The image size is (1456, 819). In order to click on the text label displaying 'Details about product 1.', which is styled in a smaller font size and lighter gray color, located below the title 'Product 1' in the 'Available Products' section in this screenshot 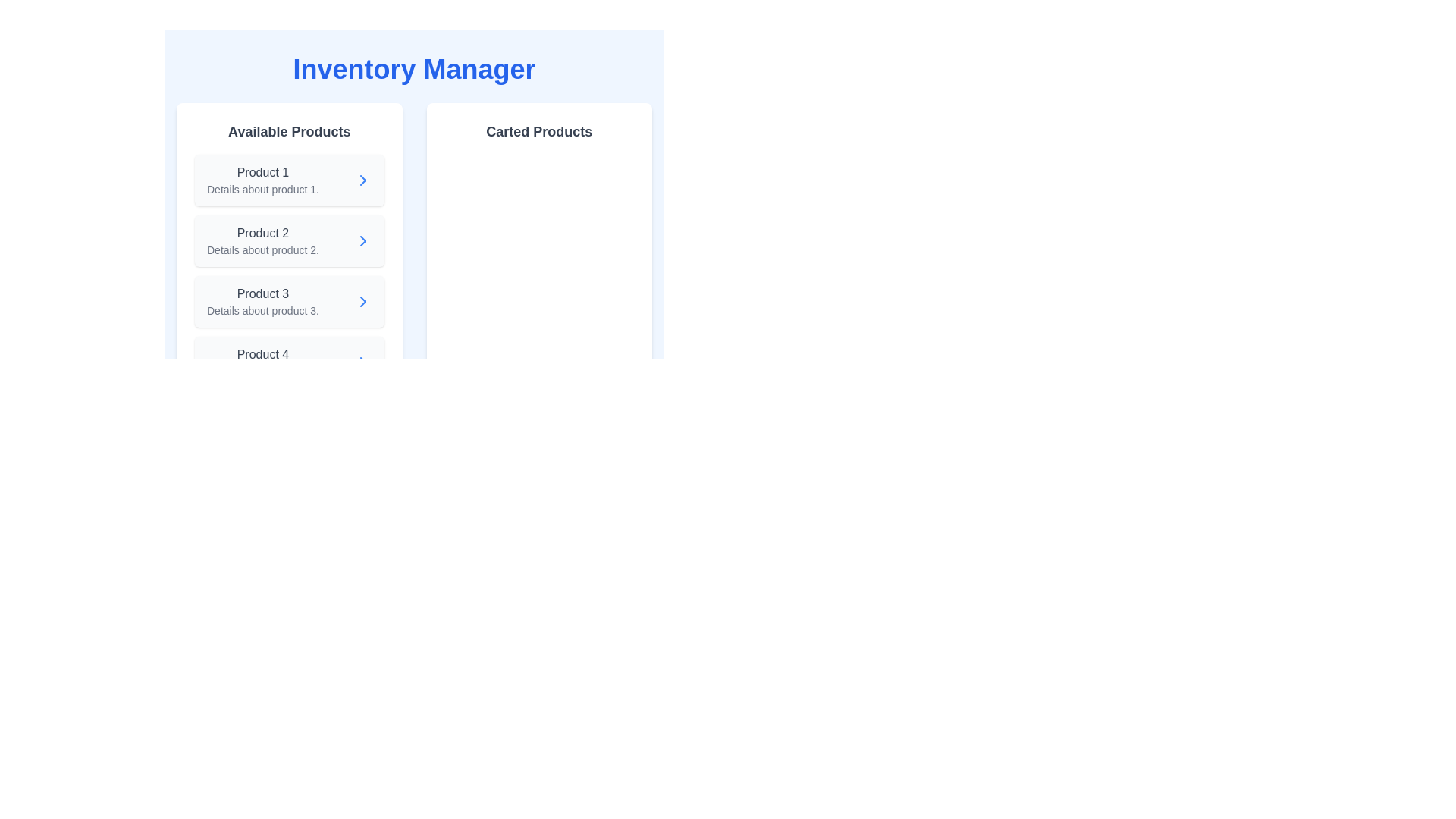, I will do `click(262, 189)`.